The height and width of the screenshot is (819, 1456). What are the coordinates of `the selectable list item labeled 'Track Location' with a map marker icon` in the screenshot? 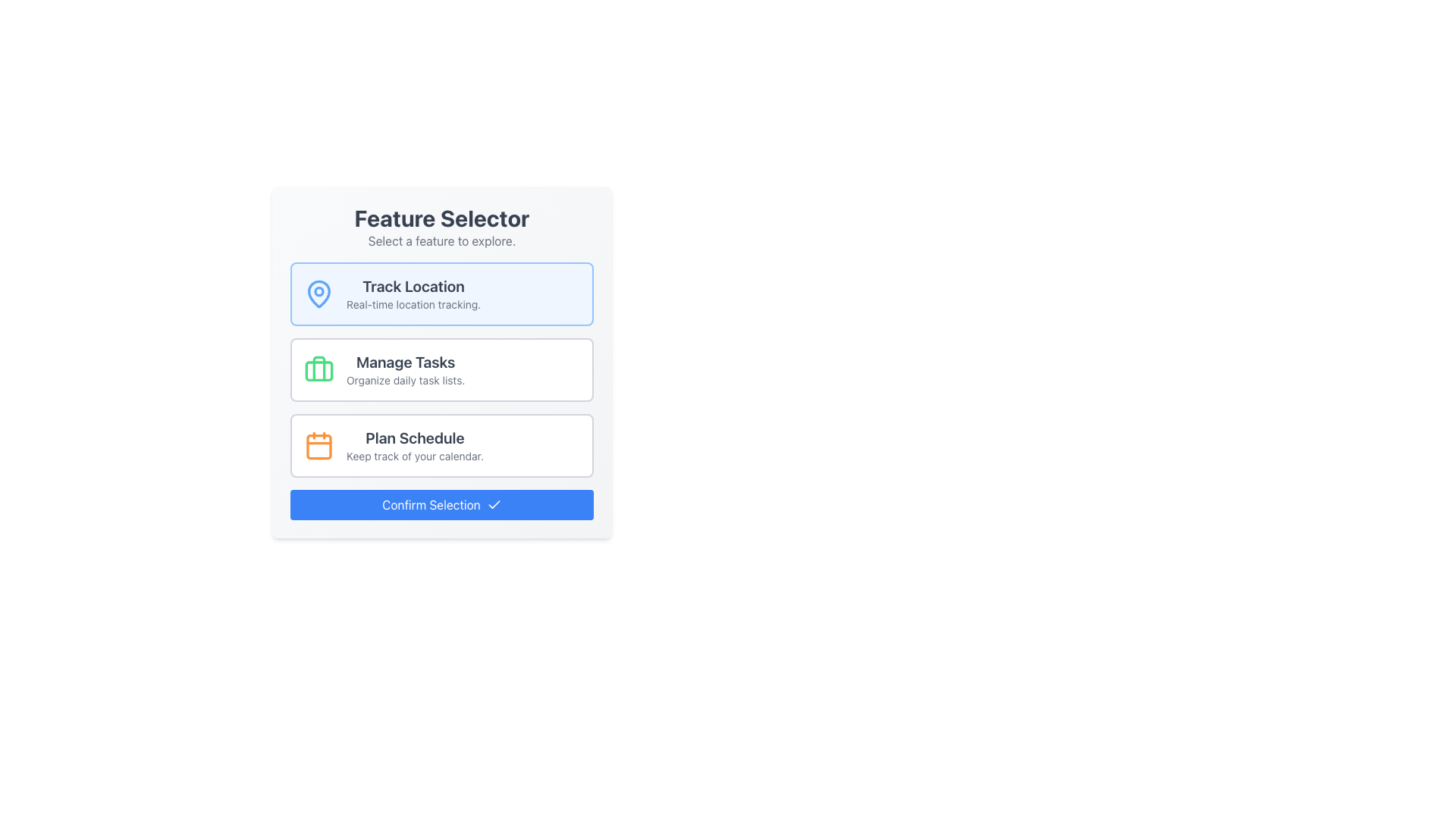 It's located at (441, 294).